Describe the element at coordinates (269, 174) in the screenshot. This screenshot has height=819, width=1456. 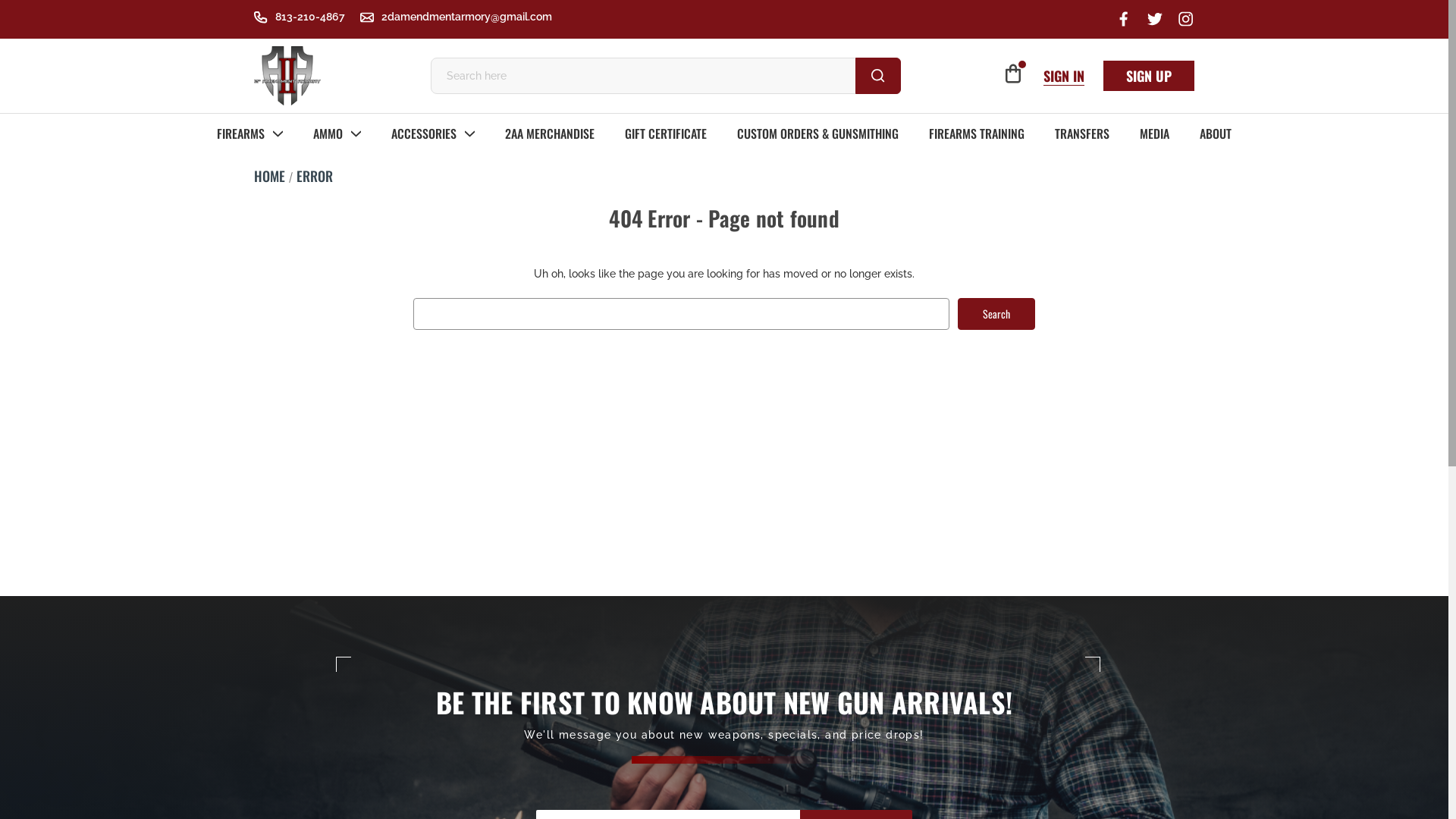
I see `'HOME'` at that location.